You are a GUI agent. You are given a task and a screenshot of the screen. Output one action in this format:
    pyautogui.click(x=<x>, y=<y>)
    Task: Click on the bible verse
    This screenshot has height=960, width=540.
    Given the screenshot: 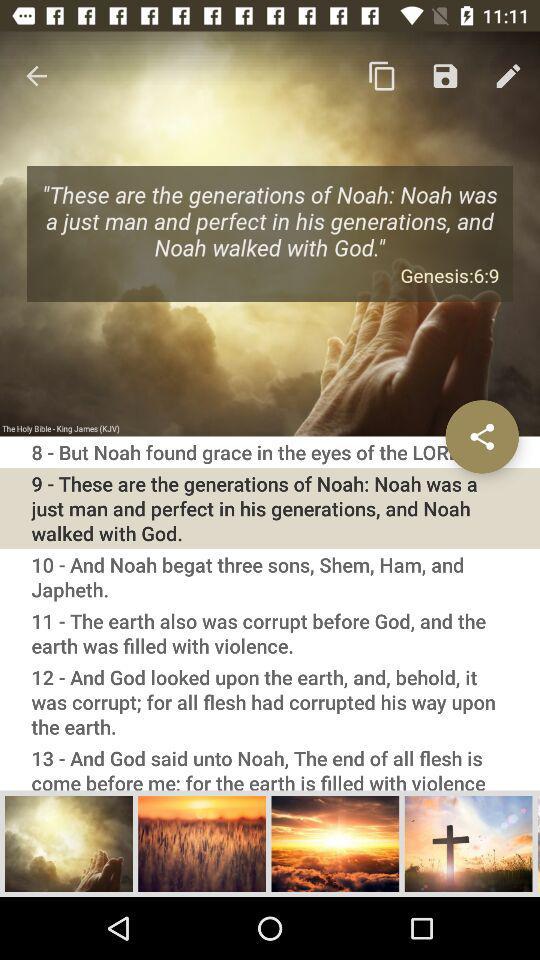 What is the action you would take?
    pyautogui.click(x=68, y=842)
    